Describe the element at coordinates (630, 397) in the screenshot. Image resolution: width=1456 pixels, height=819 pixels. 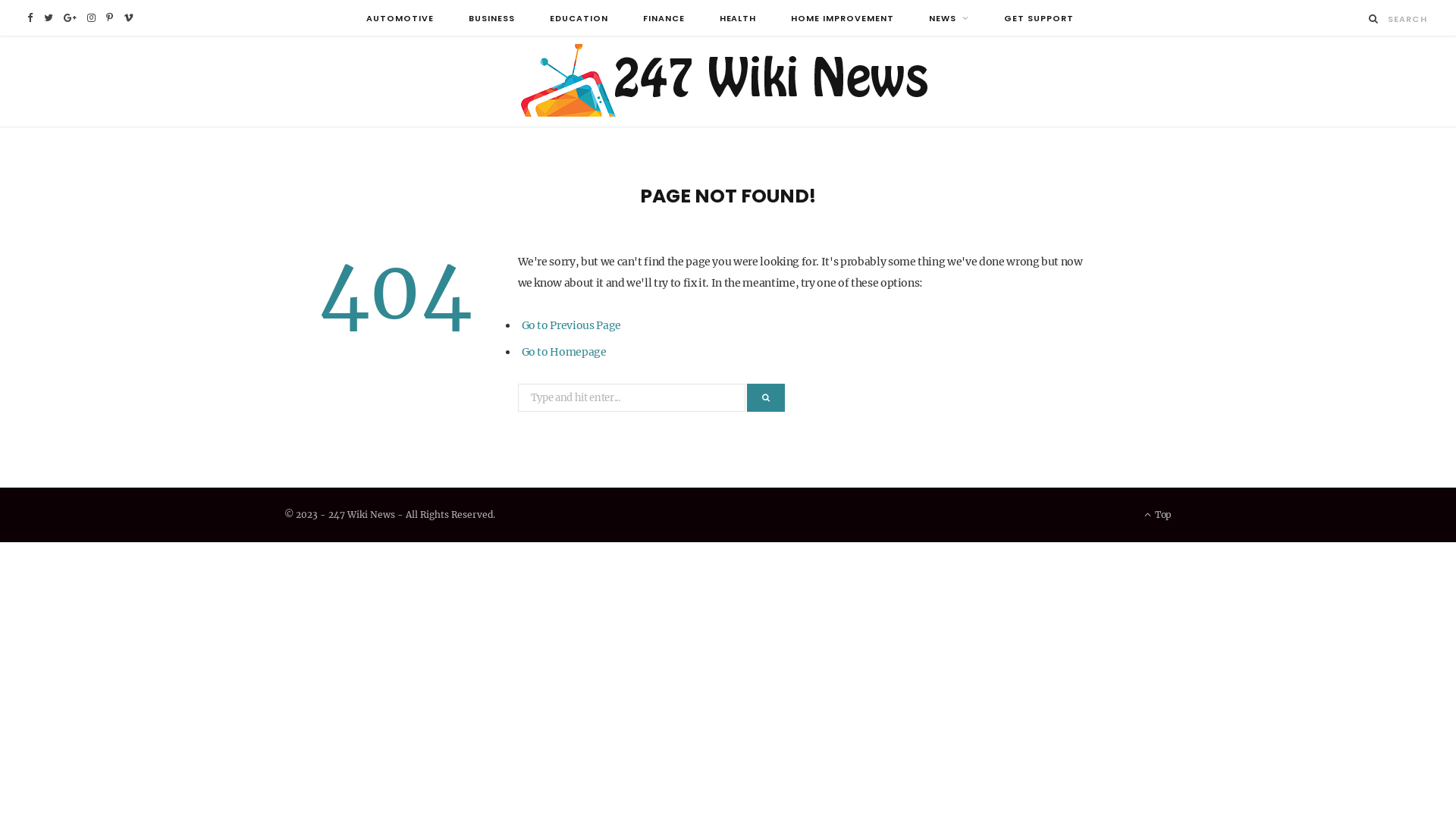
I see `'Search for:'` at that location.